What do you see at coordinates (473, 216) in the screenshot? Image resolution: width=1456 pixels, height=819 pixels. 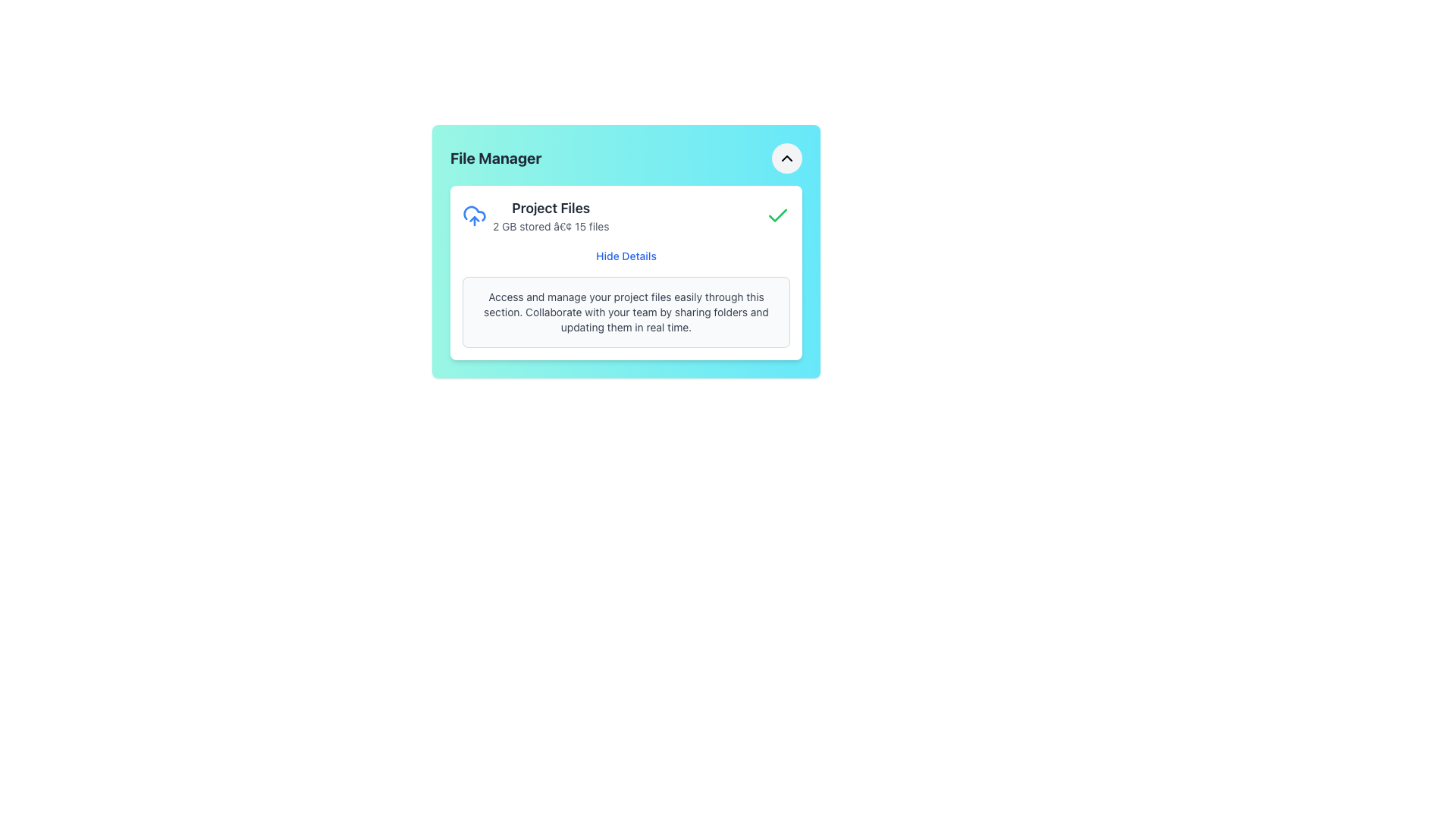 I see `the cloud upload icon located to the left of the 'Project Files' text in the File Manager section to initiate a cloud upload action` at bounding box center [473, 216].